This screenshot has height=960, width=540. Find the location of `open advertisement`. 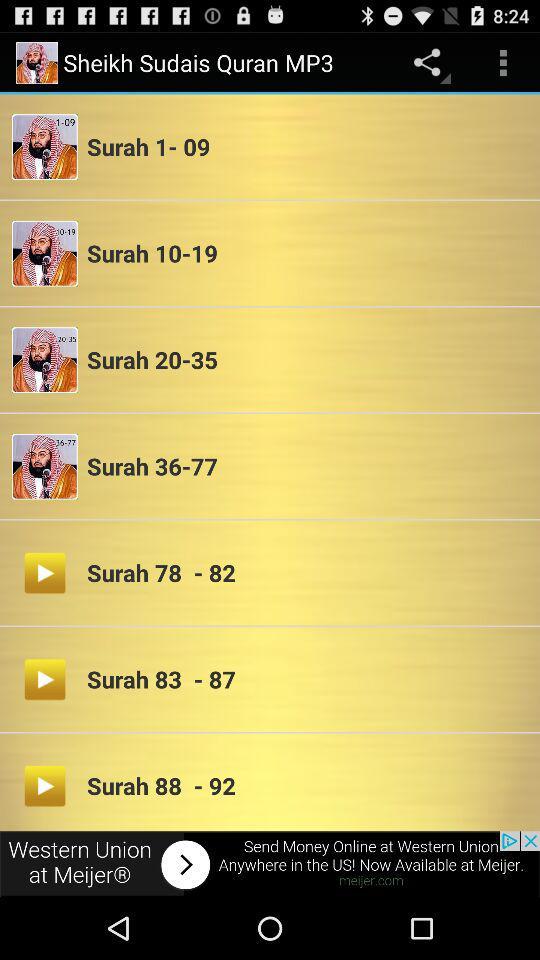

open advertisement is located at coordinates (270, 863).